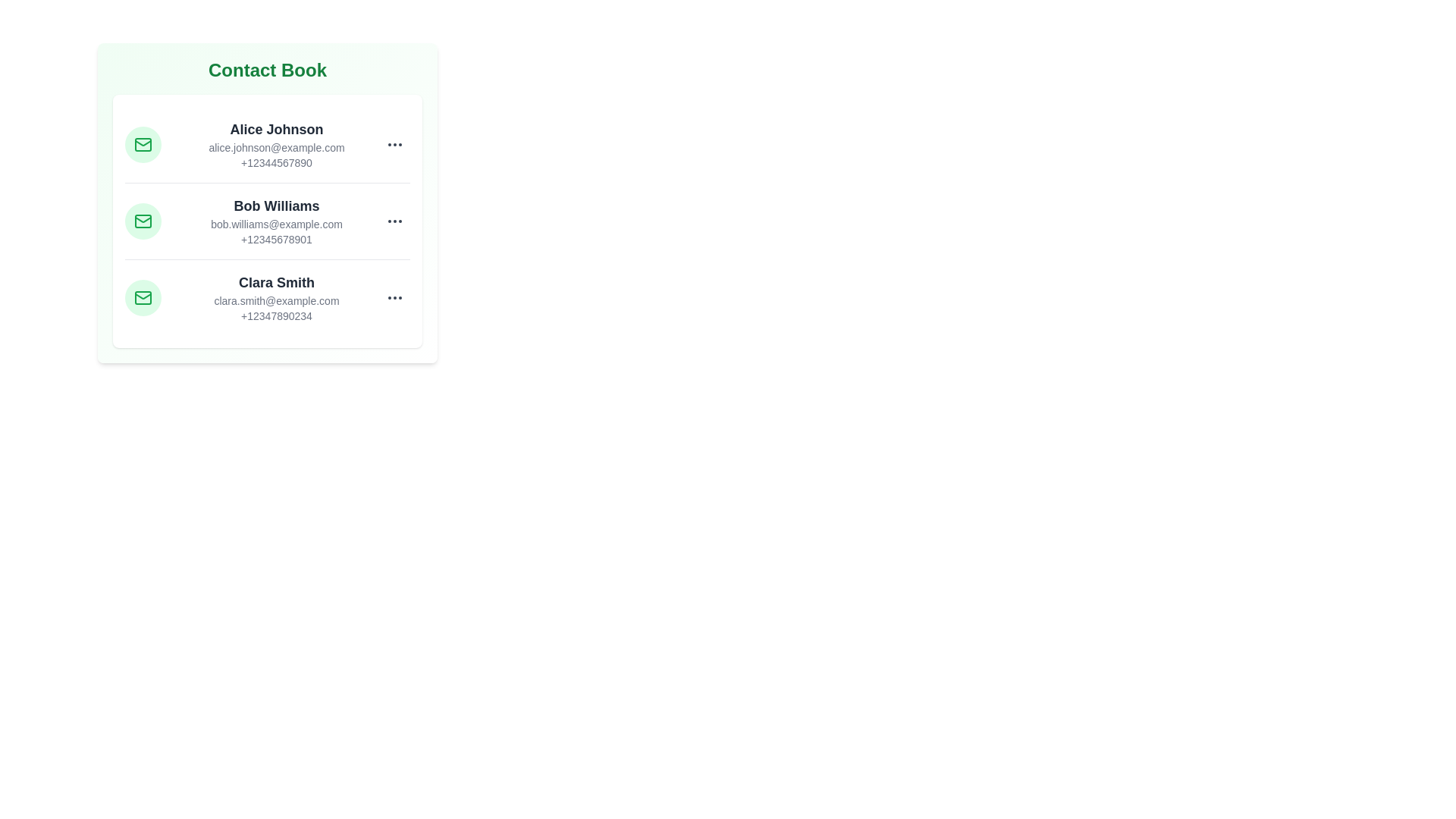  Describe the element at coordinates (395, 298) in the screenshot. I see `'More' button for the contact Clara Smith` at that location.